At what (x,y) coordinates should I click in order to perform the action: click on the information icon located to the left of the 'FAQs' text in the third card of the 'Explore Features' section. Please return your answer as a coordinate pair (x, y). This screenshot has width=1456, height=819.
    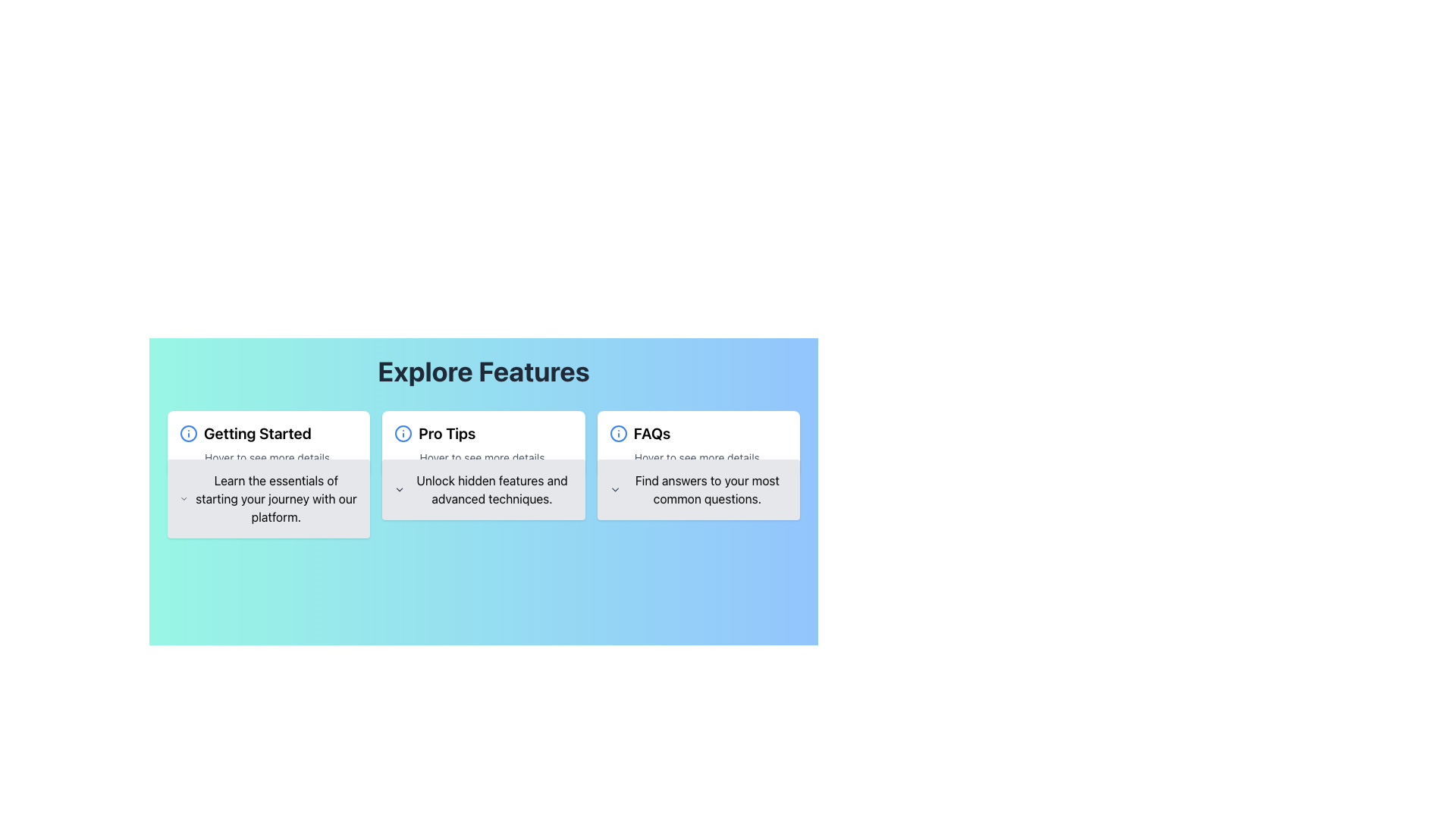
    Looking at the image, I should click on (618, 433).